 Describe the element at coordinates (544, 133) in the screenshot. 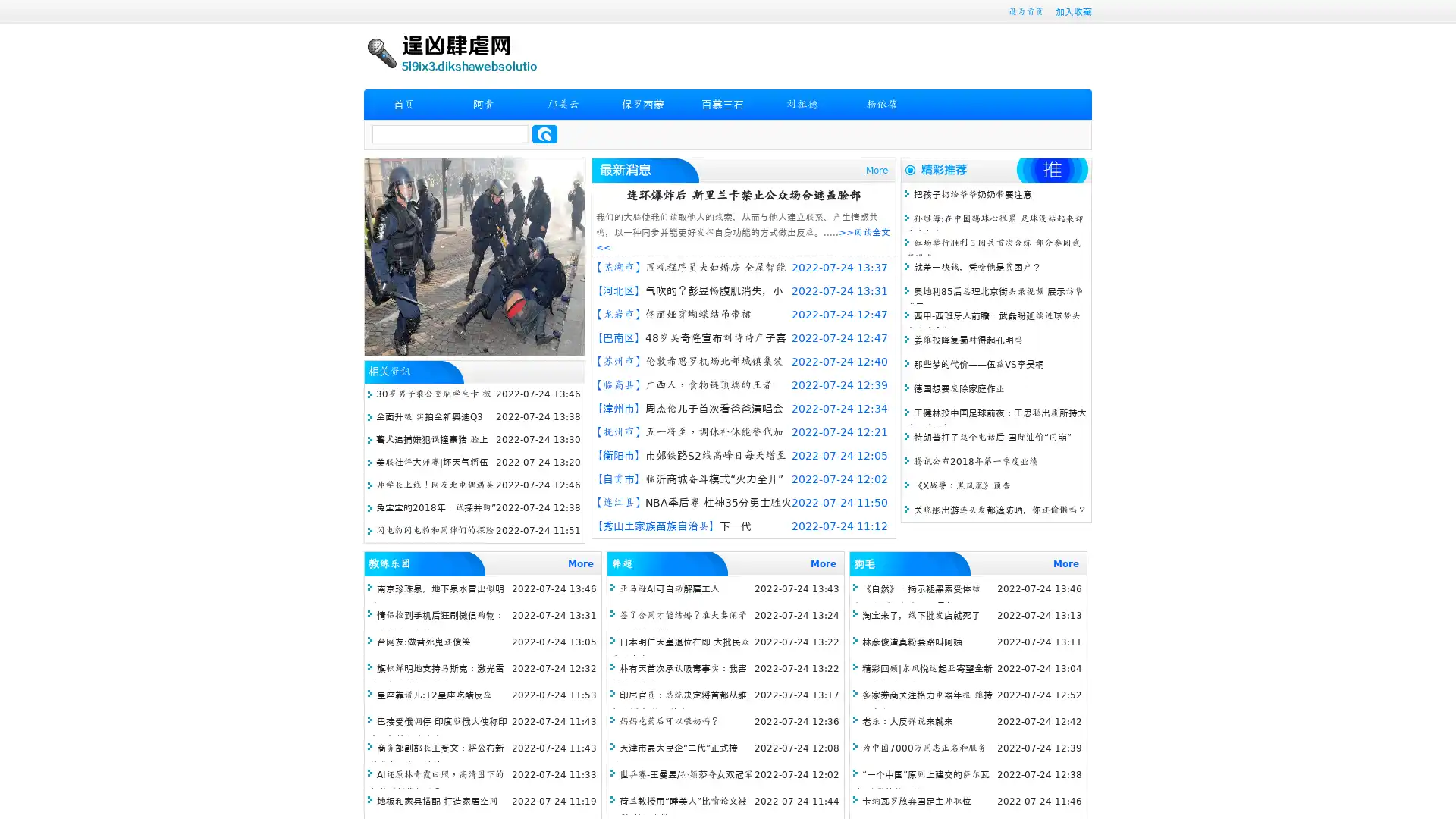

I see `Search` at that location.